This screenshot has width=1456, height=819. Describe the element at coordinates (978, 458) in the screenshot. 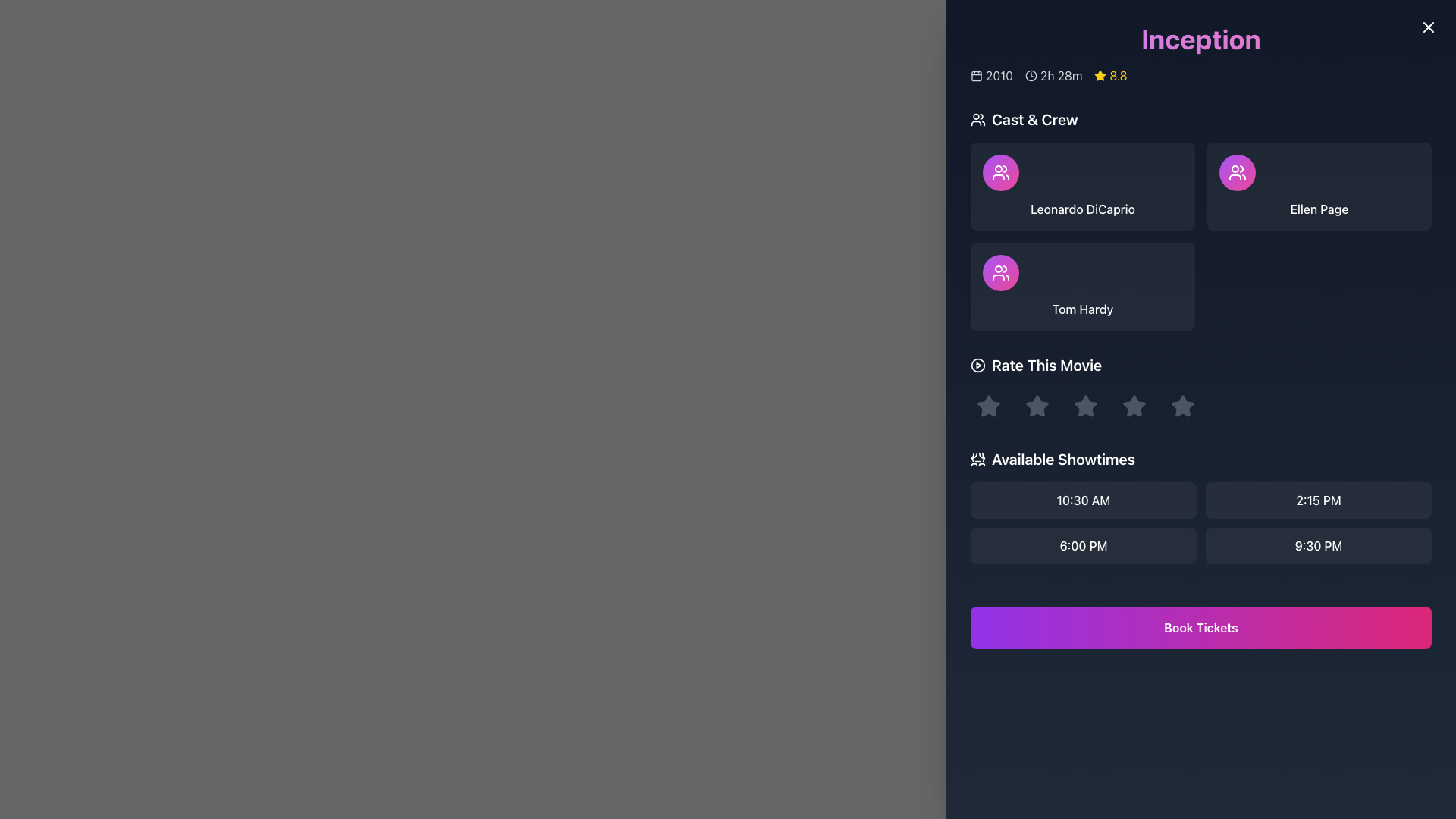

I see `the decorative icon representing the 'Available Showtimes' section, located to the left of the text label 'Available Showtimes'` at that location.